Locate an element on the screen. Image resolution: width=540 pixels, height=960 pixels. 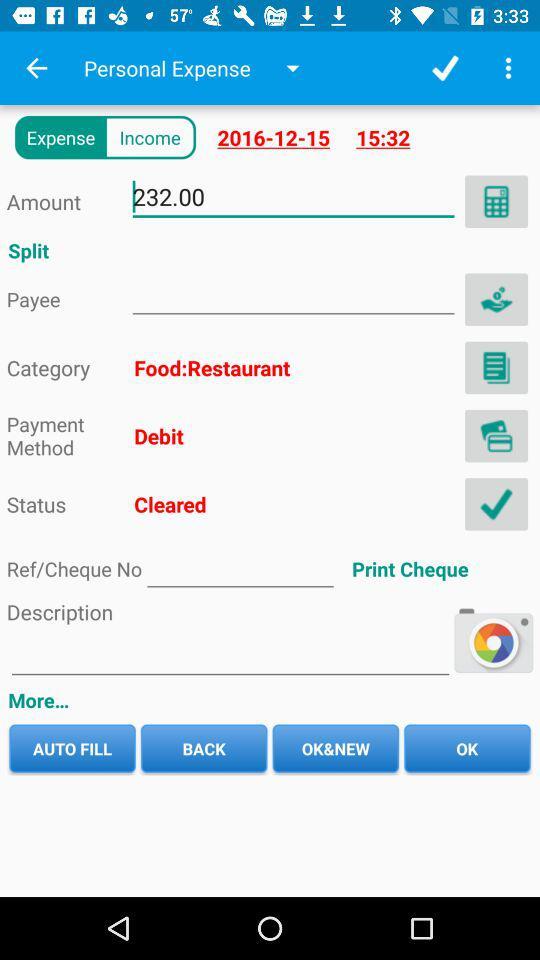
address is located at coordinates (495, 366).